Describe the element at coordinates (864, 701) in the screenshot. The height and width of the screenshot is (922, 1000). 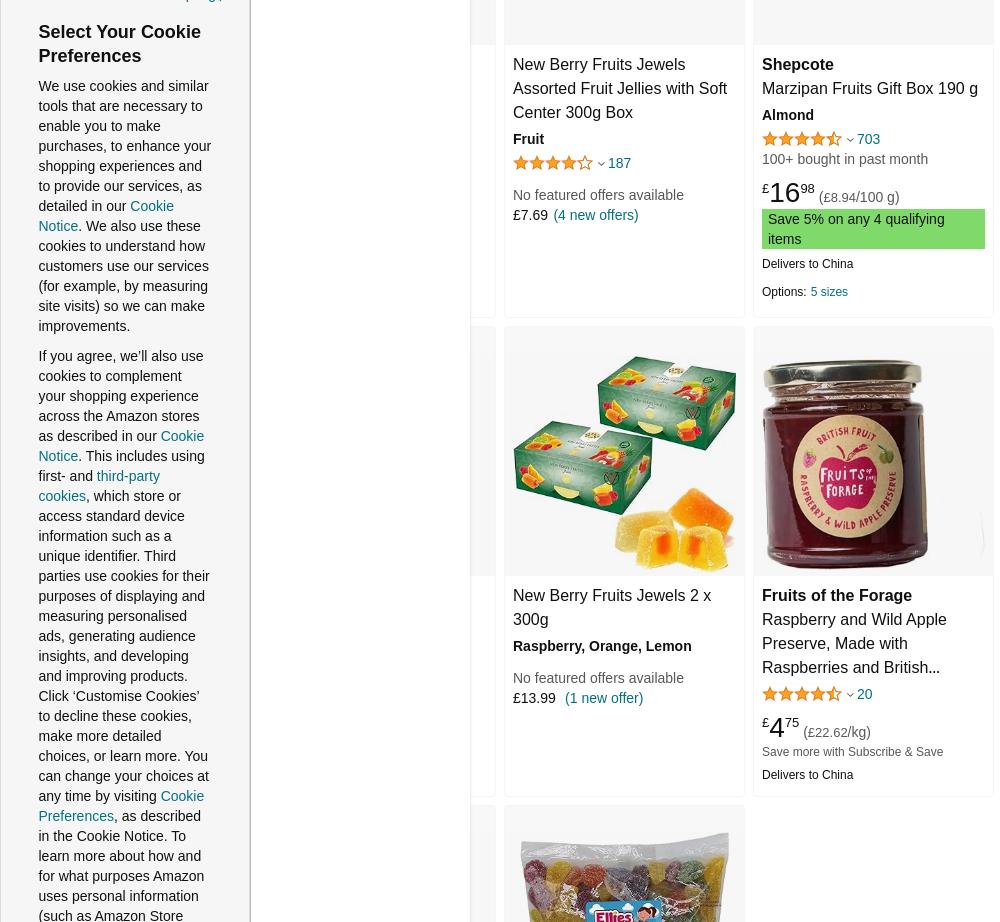
I see `'Raspberry and Wild Apple Preserve, Made with Raspberries and British Apples. Great for Summer Scones and Sponge Cakes, Sustainably Sourced & 100% Recyclable Packaging, 210g jar'` at that location.